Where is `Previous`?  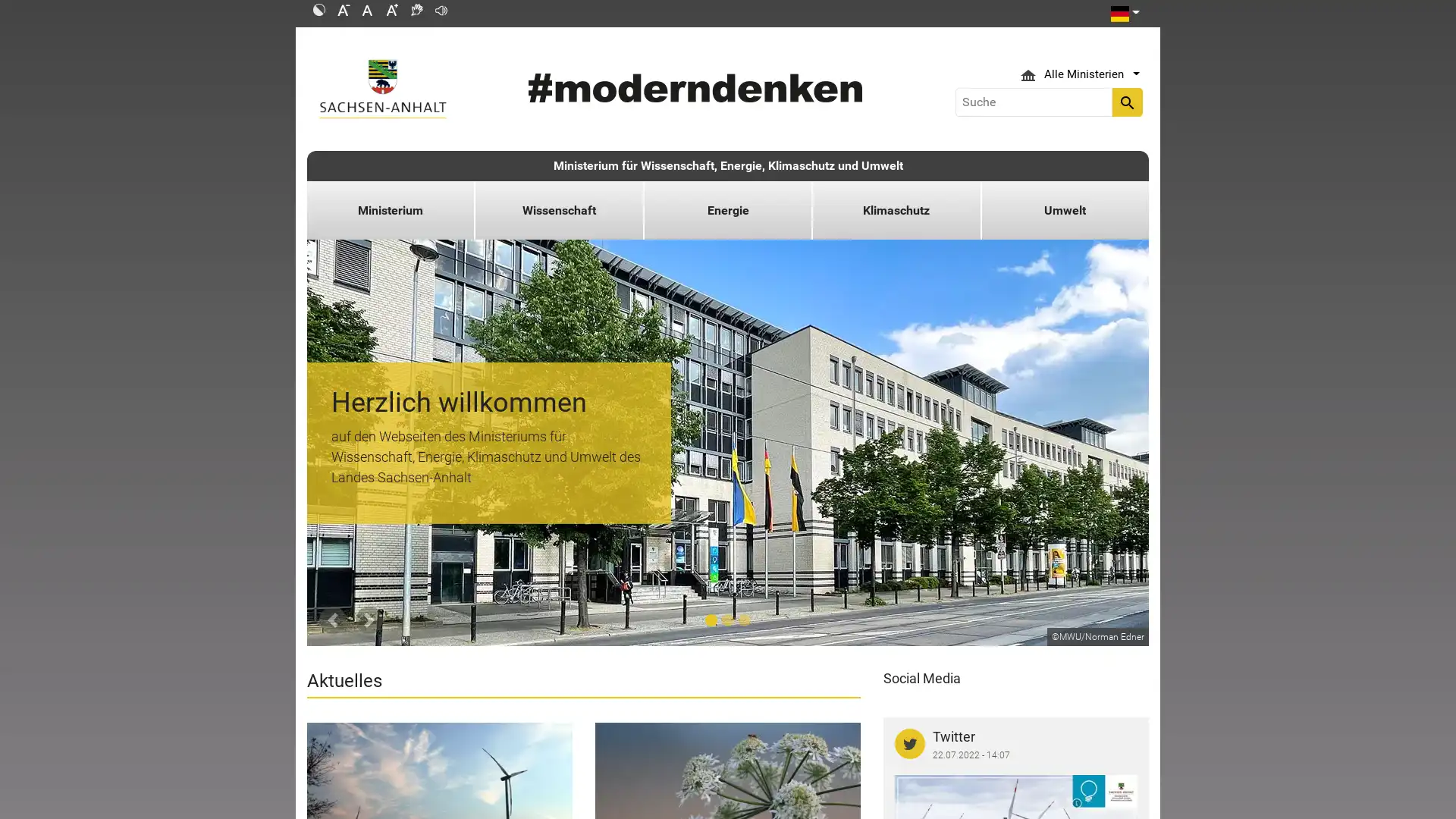 Previous is located at coordinates (331, 620).